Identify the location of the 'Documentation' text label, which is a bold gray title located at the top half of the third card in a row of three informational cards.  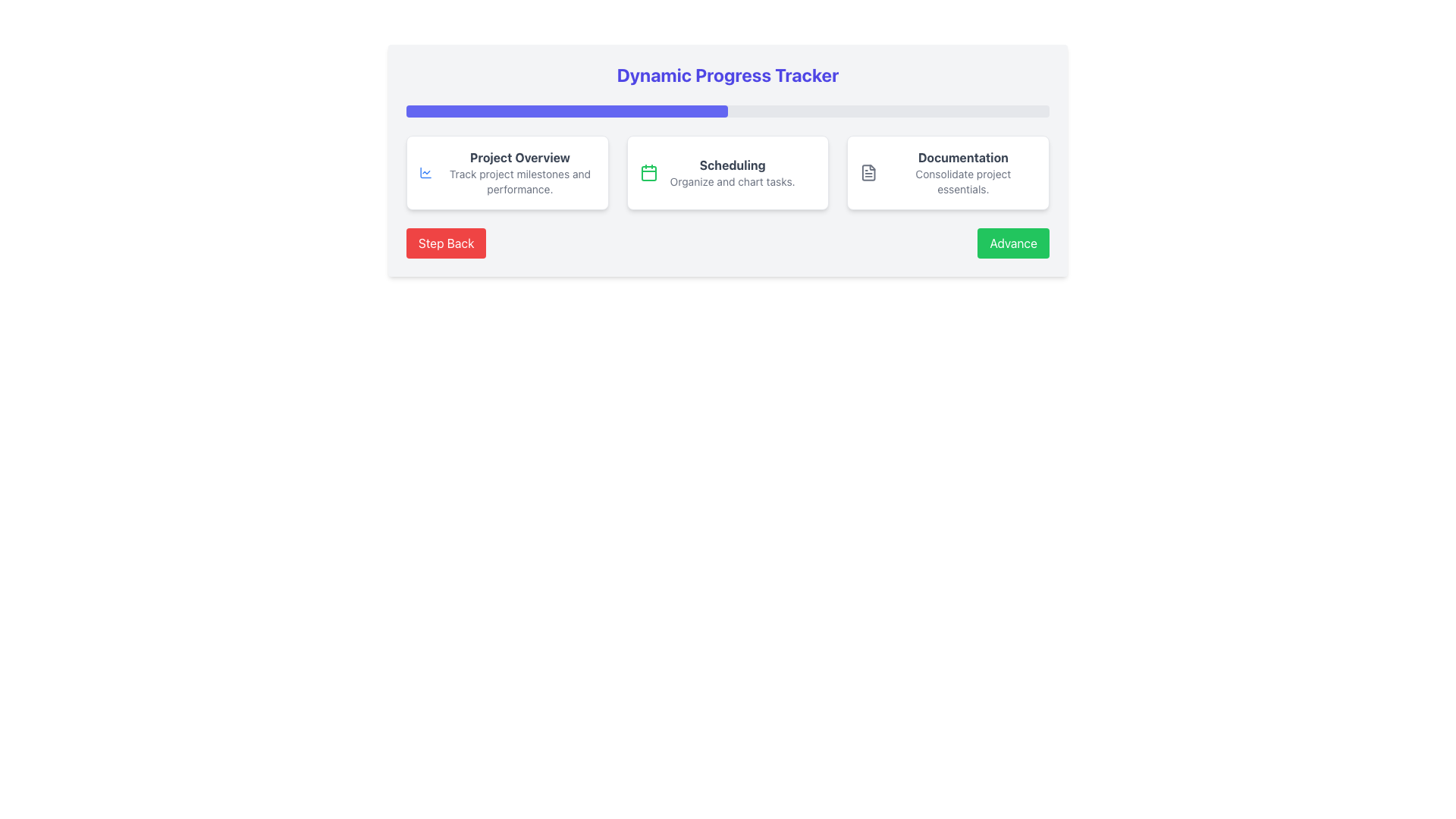
(962, 158).